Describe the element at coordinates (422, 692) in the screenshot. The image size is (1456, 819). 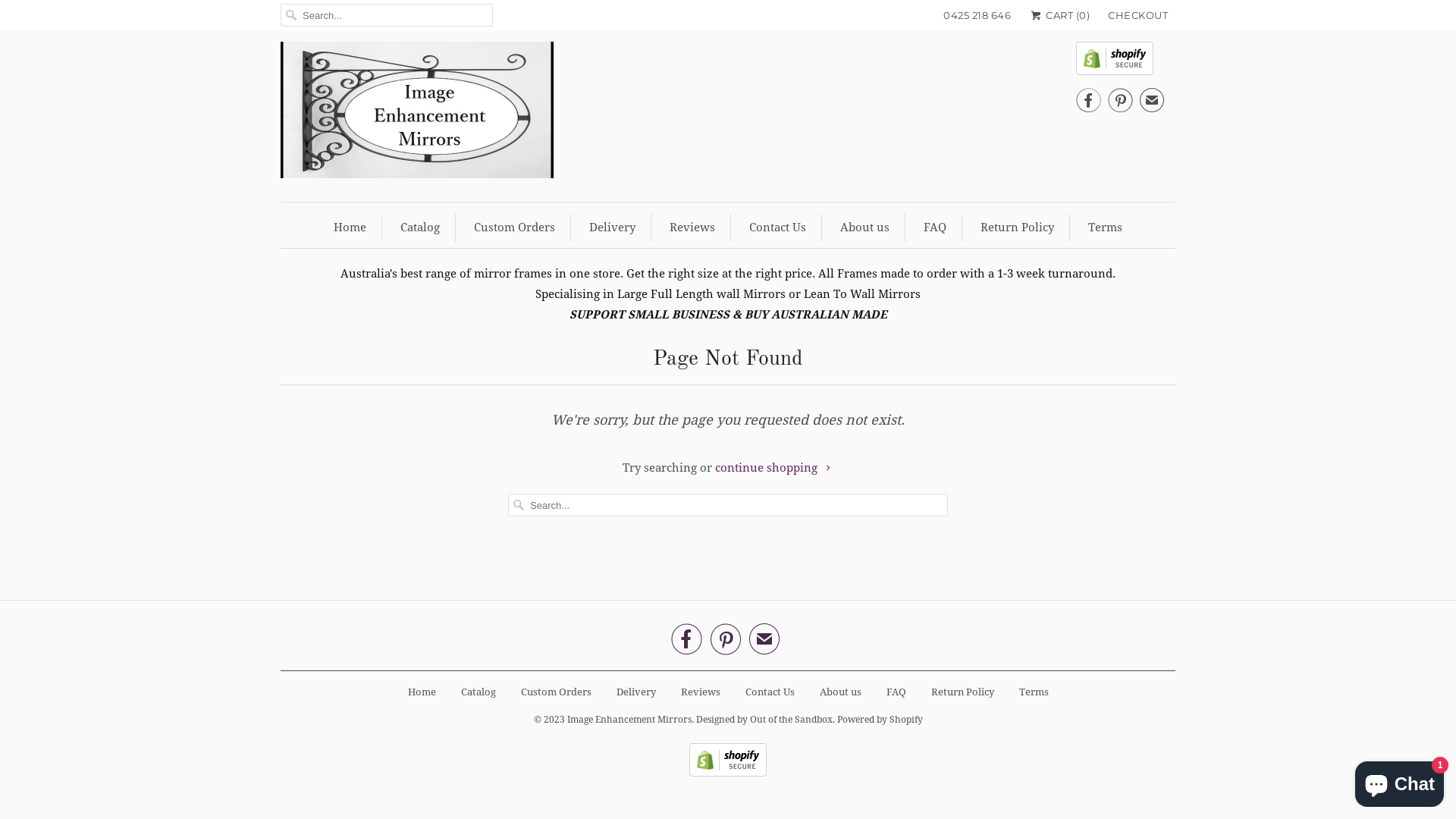
I see `'Home'` at that location.